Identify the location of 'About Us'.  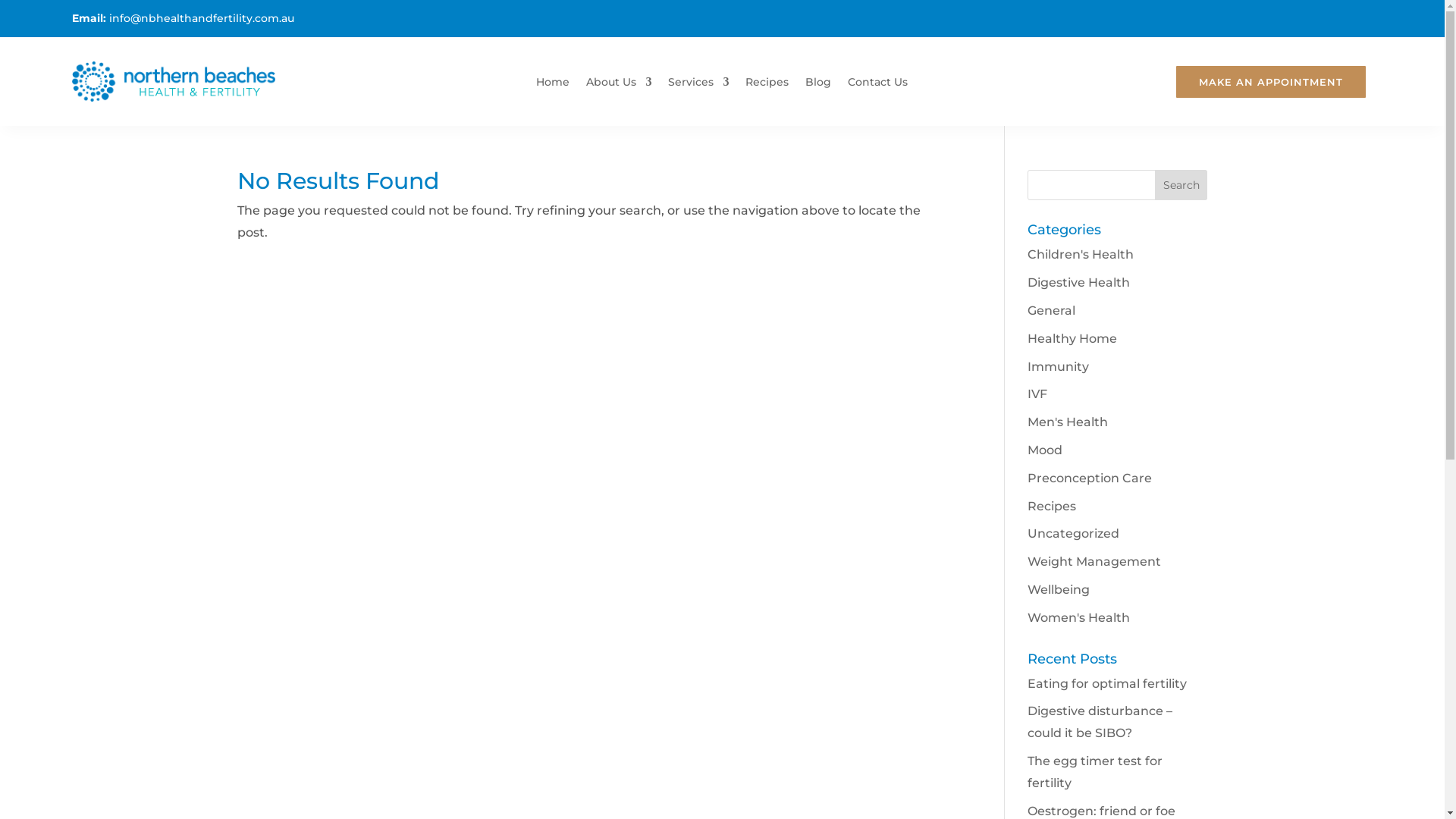
(619, 84).